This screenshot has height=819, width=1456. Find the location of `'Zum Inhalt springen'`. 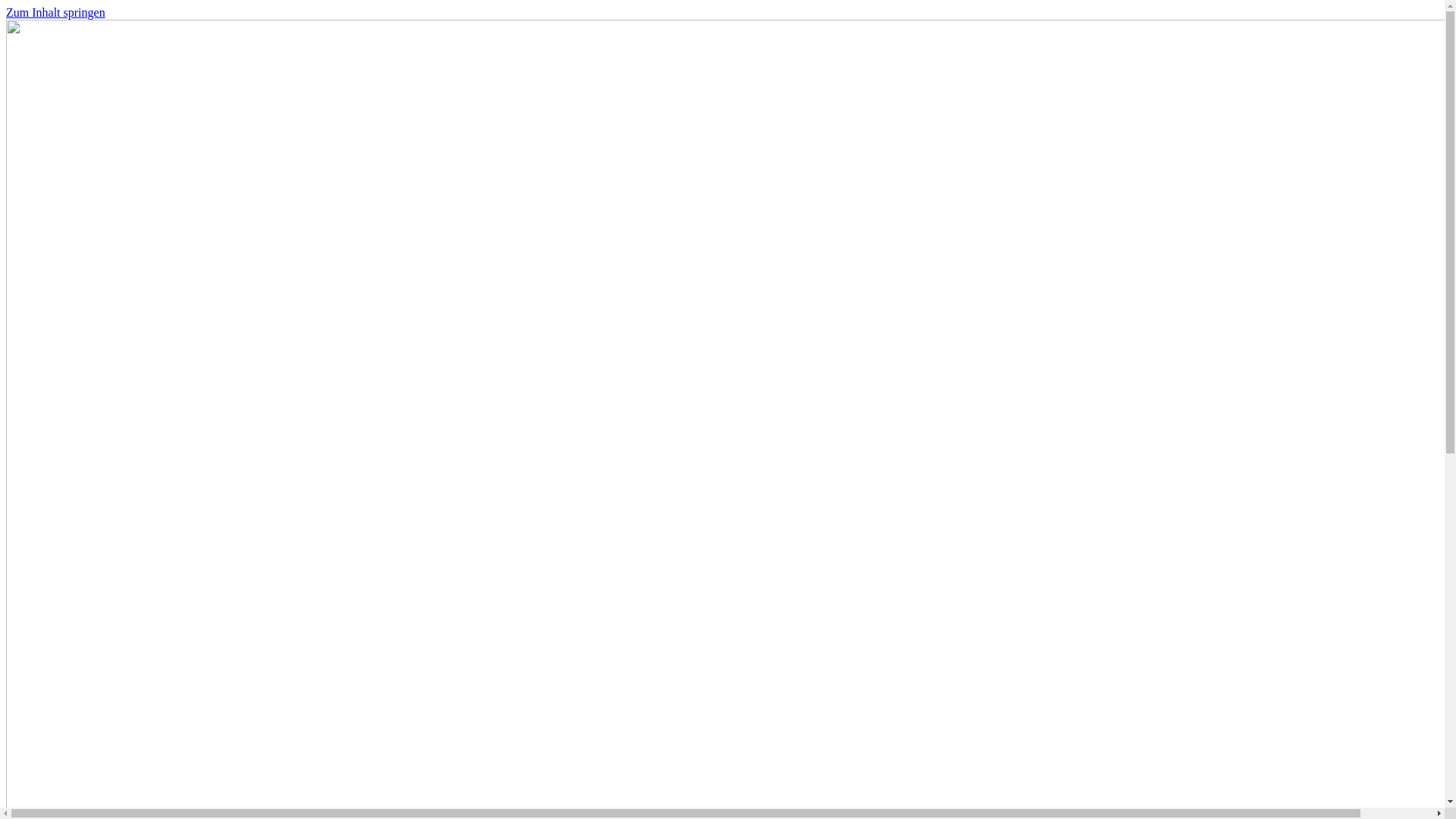

'Zum Inhalt springen' is located at coordinates (55, 12).